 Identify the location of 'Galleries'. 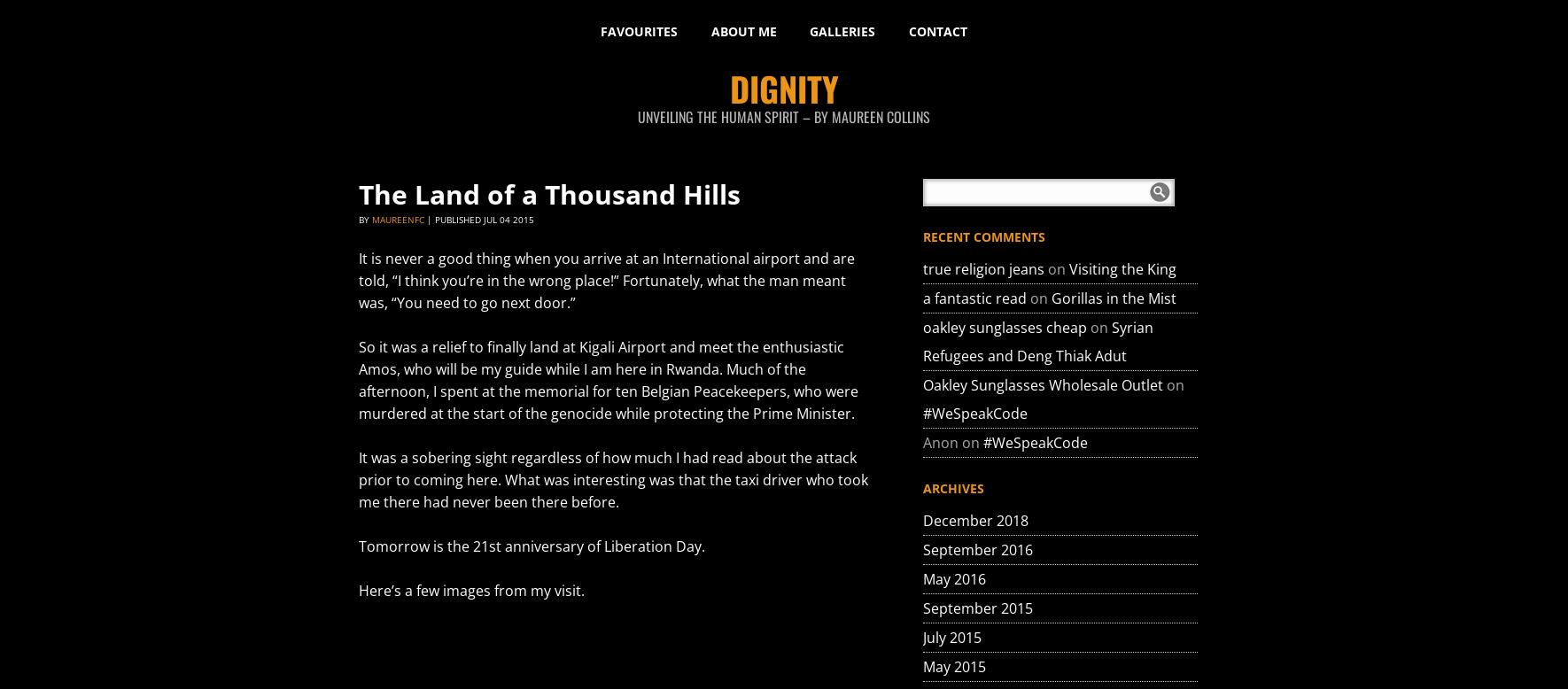
(842, 31).